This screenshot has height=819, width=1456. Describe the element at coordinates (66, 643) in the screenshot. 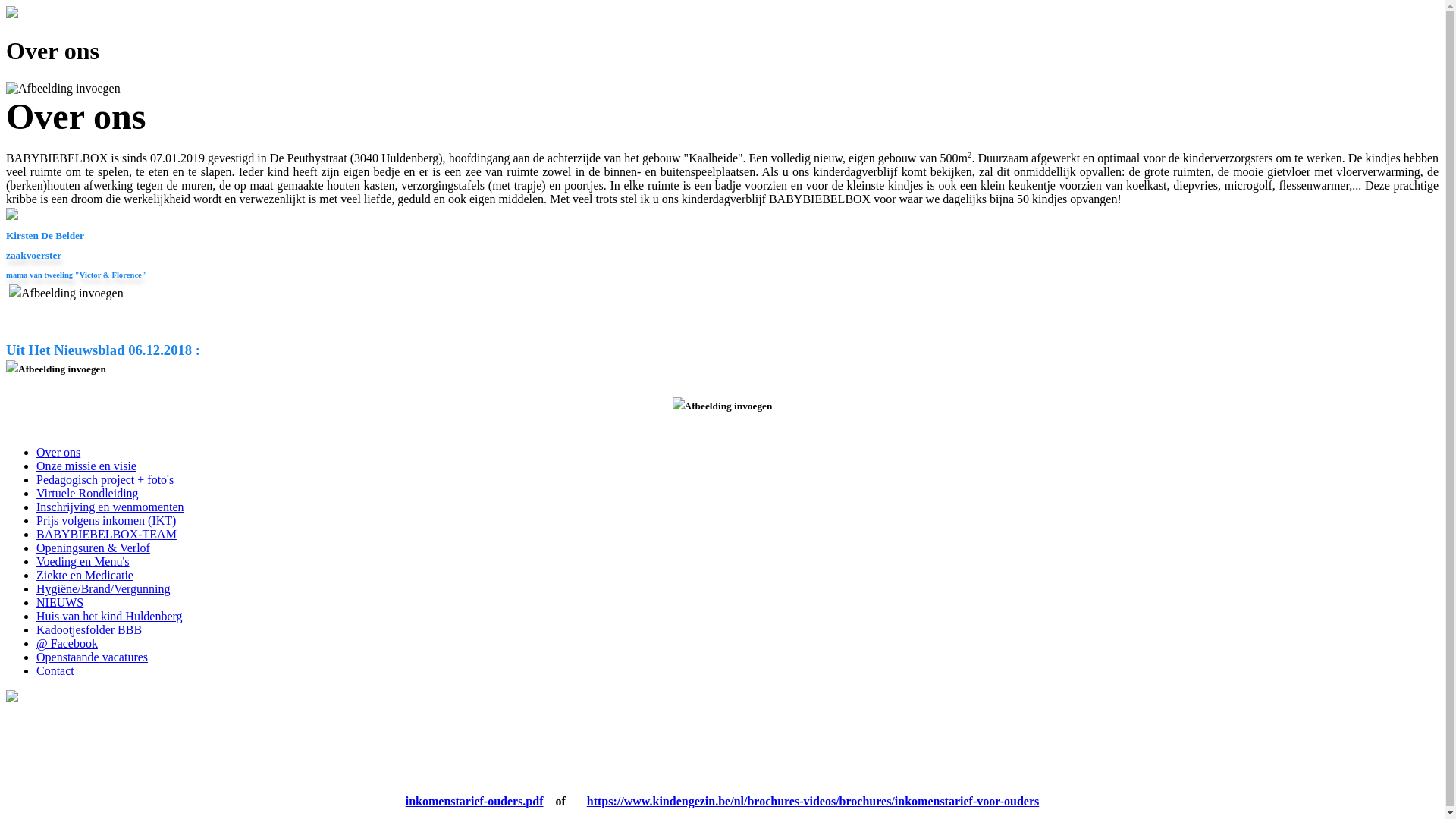

I see `'@ Facebook'` at that location.